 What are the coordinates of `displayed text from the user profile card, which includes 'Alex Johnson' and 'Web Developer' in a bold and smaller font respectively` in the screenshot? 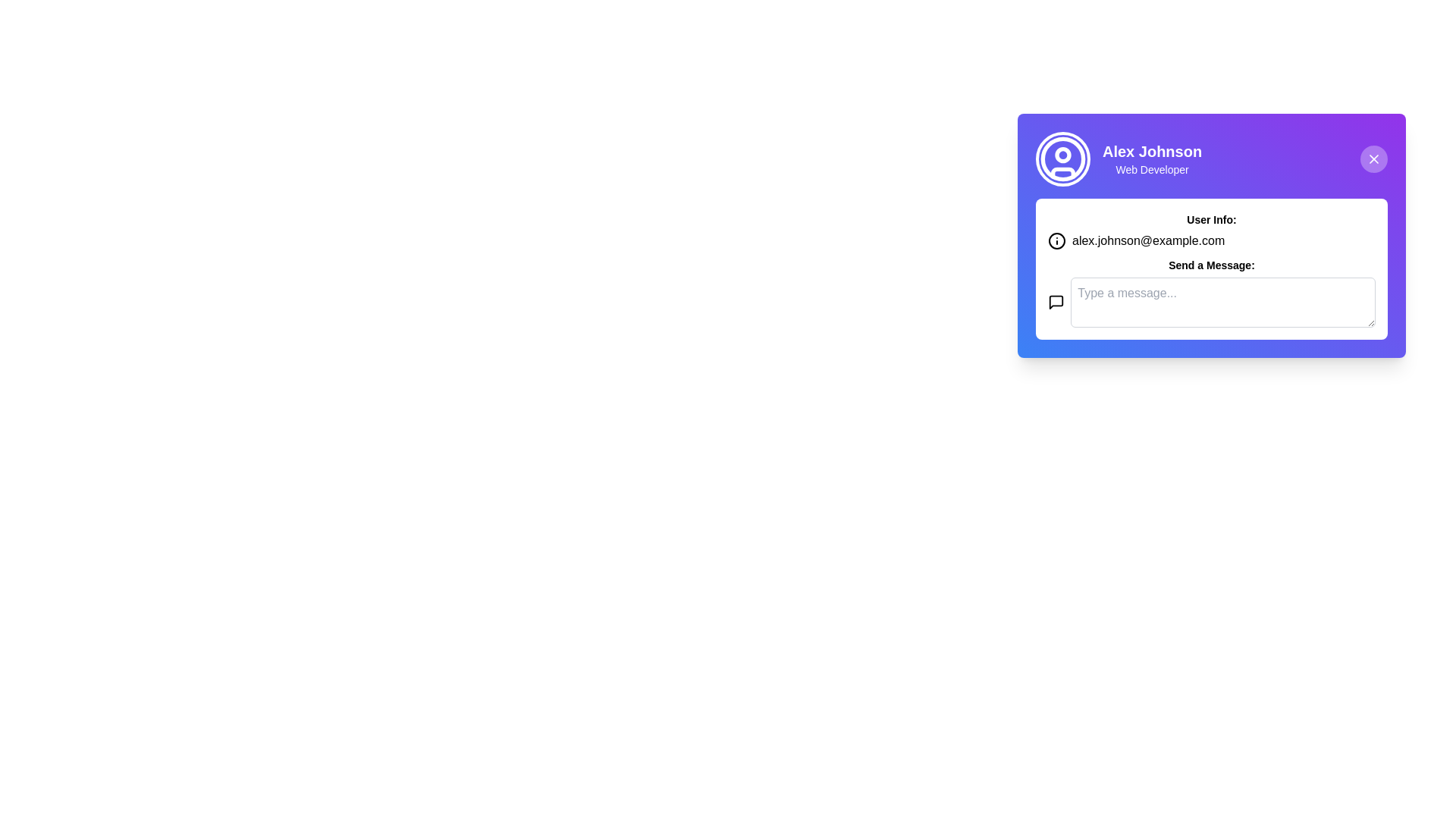 It's located at (1152, 158).